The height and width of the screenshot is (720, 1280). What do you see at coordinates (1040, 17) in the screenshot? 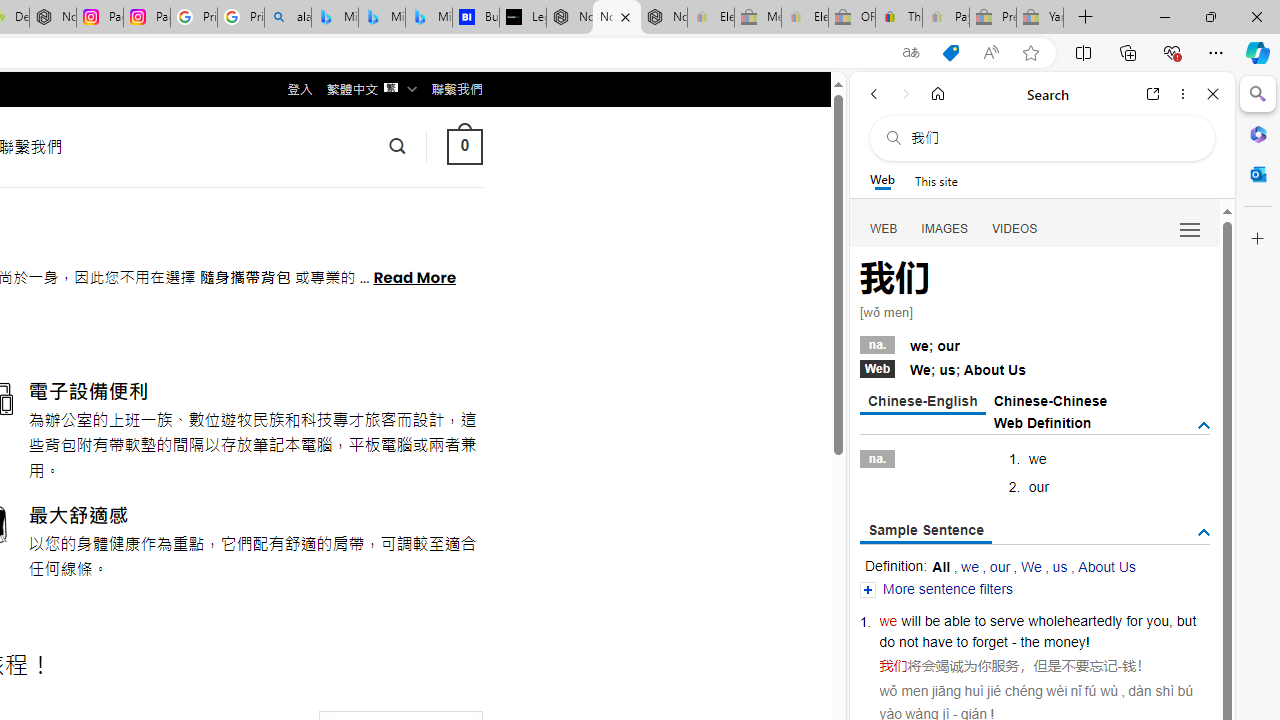
I see `'Yard, Garden & Outdoor Living - Sleeping'` at bounding box center [1040, 17].